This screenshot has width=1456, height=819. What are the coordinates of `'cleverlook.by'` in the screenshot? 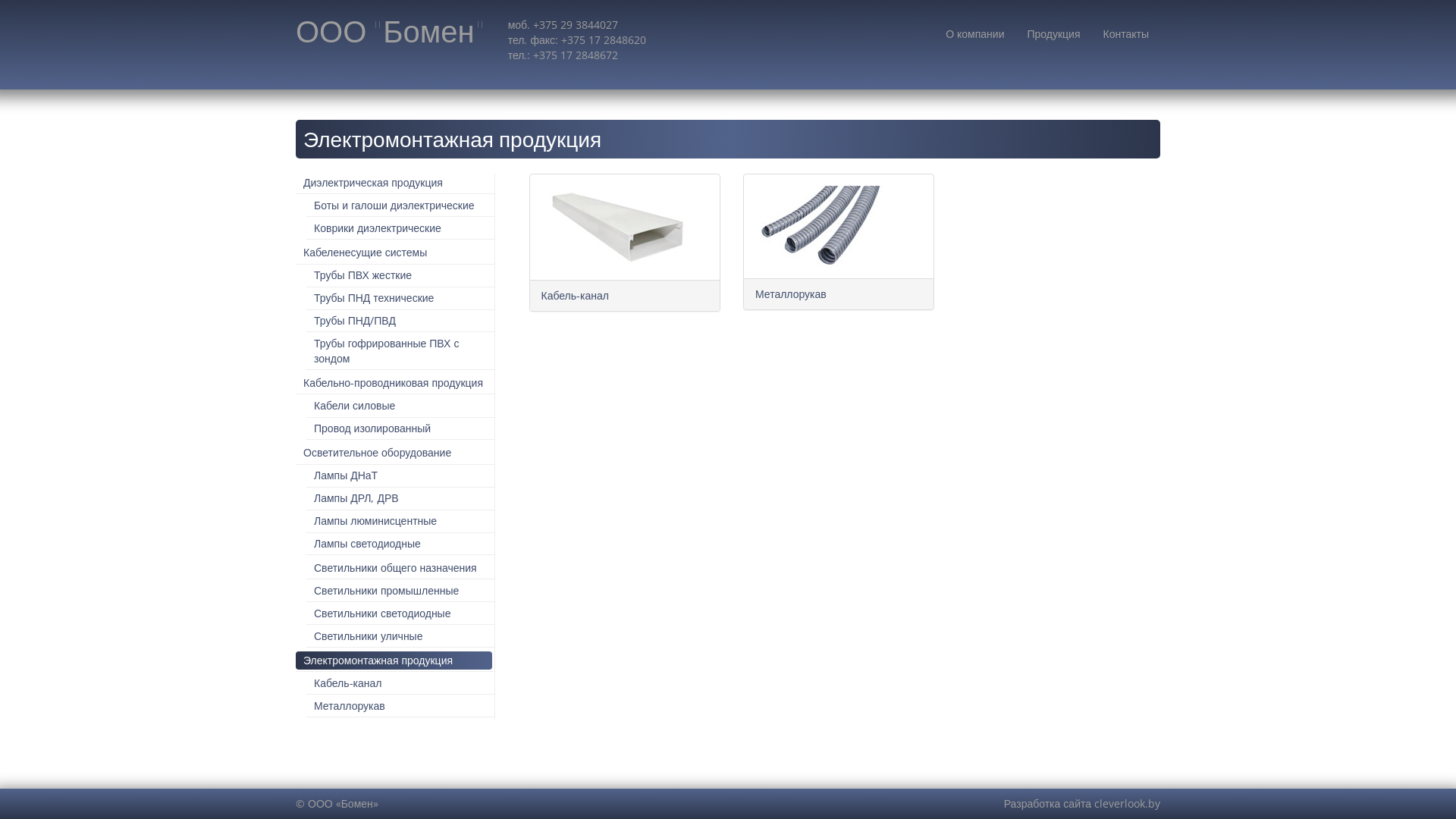 It's located at (1094, 802).